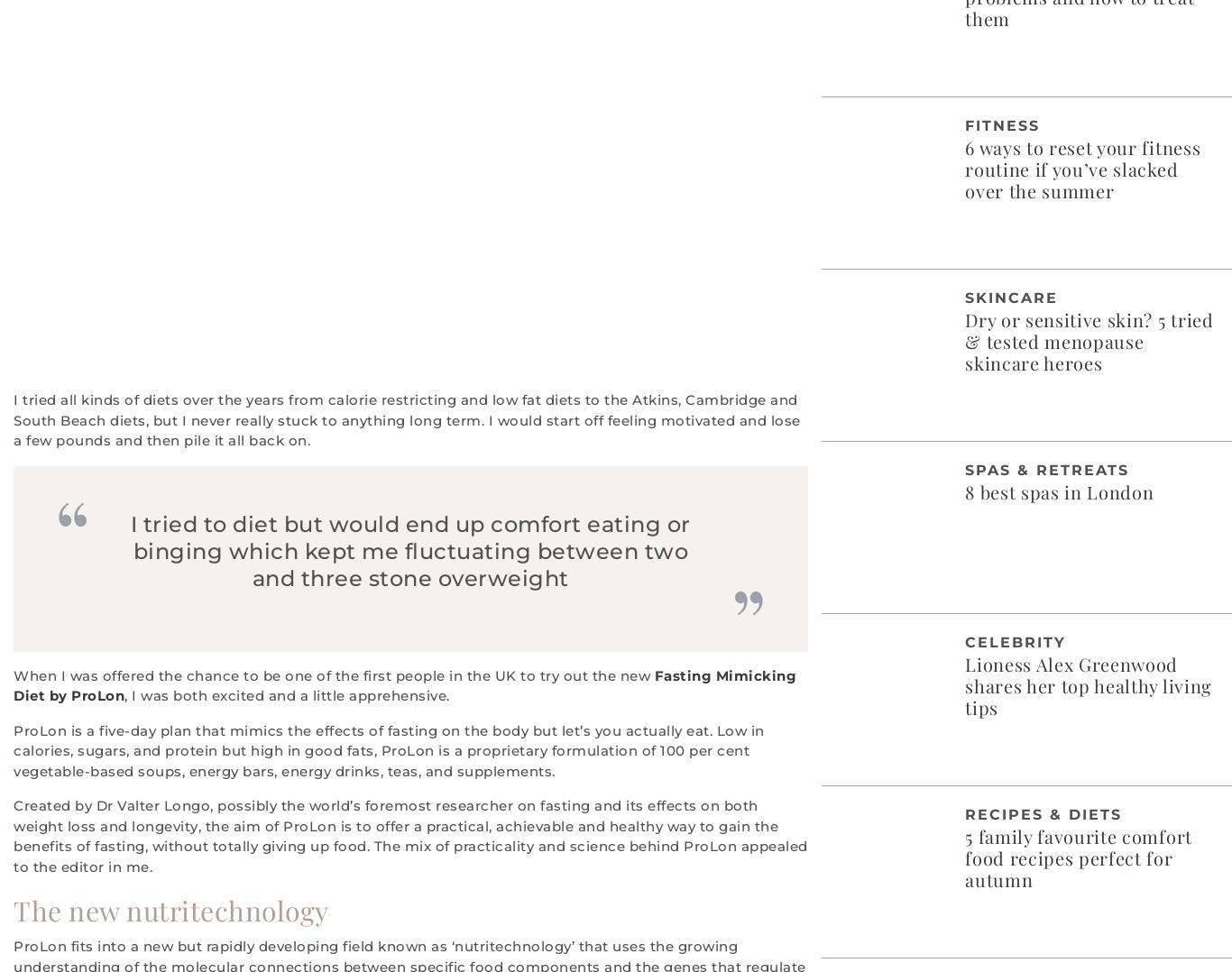 The width and height of the screenshot is (1232, 972). What do you see at coordinates (1089, 340) in the screenshot?
I see `'Dry or sensitive skin? 5 tried & tested menopause skincare heroes'` at bounding box center [1089, 340].